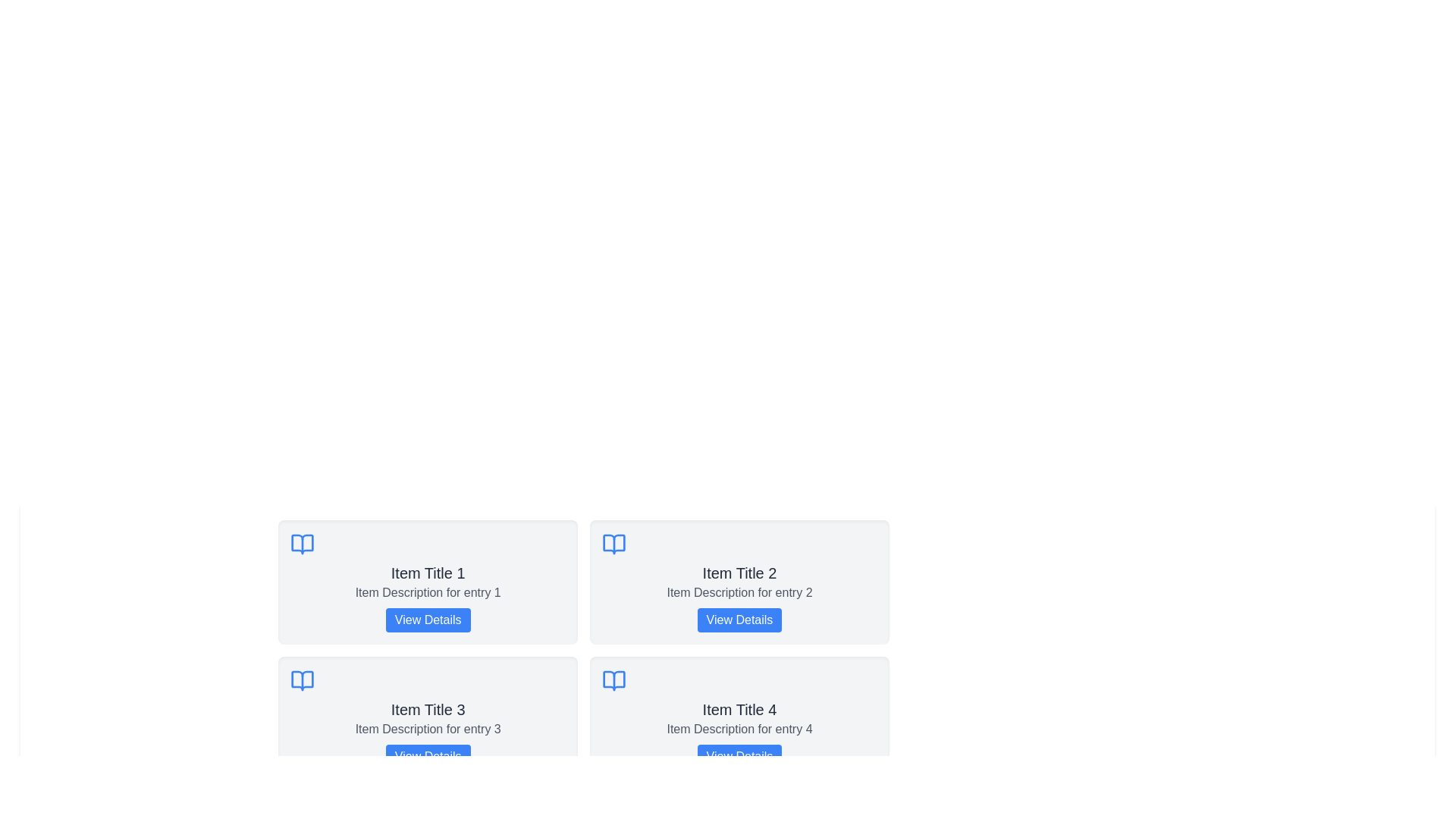 The height and width of the screenshot is (819, 1456). Describe the element at coordinates (427, 728) in the screenshot. I see `the text label that reads 'Item Description for entry 3', which is displayed on a light gray background beneath the title 'Item Title 3'` at that location.